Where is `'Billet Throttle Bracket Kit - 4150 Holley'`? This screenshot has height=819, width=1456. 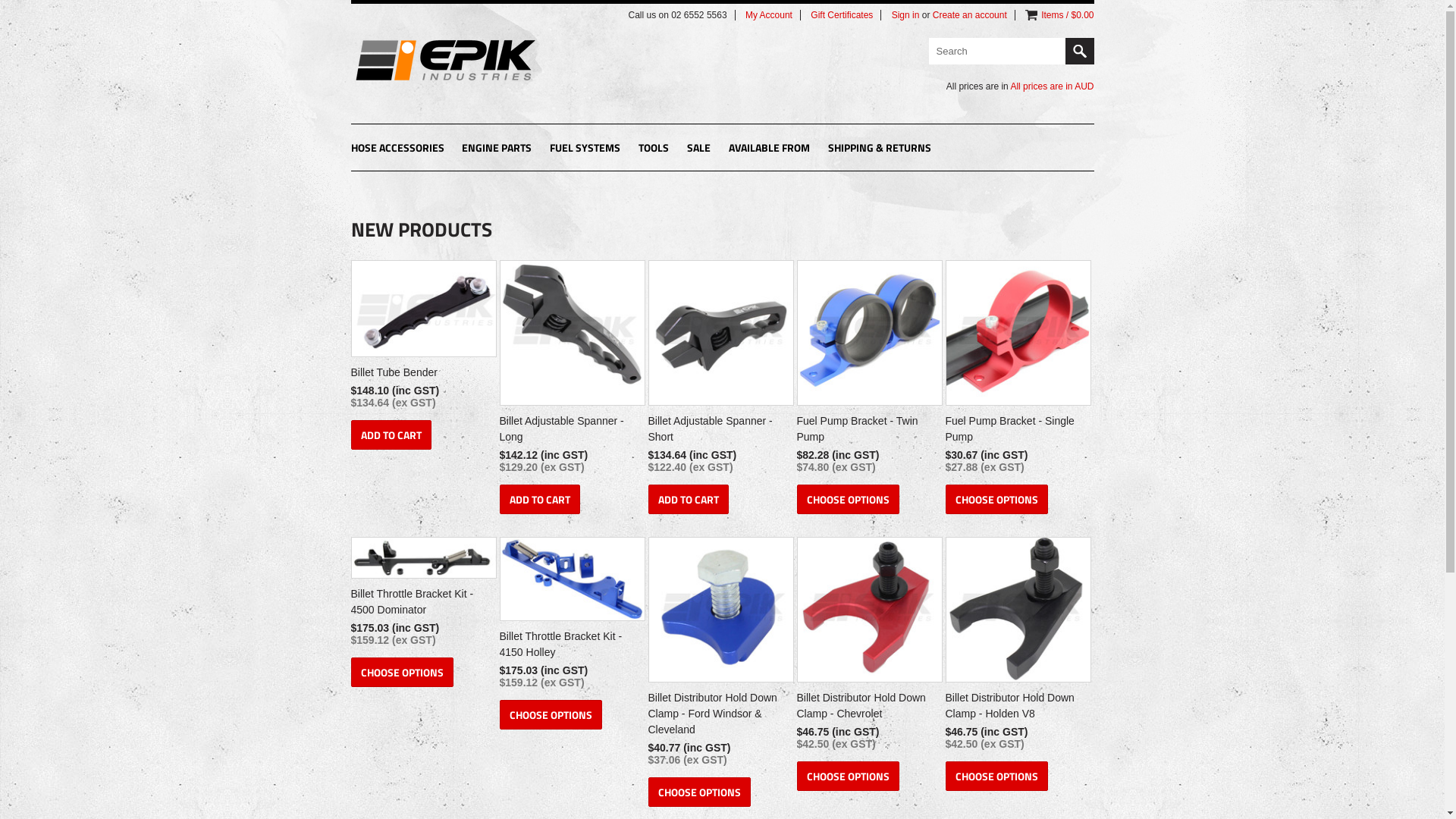 'Billet Throttle Bracket Kit - 4150 Holley' is located at coordinates (569, 646).